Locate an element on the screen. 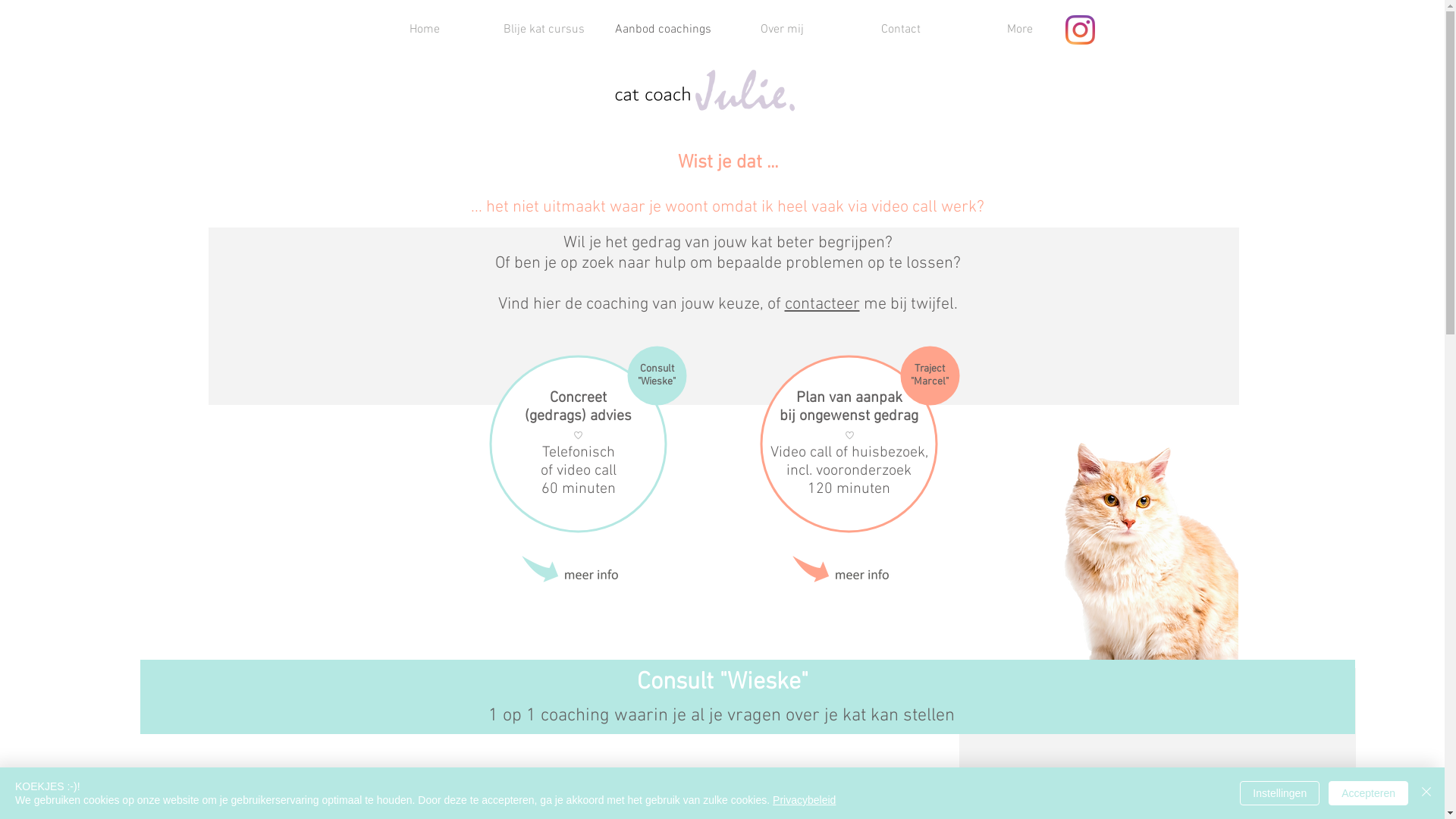 The image size is (1456, 819). 'Instellingen' is located at coordinates (1279, 792).